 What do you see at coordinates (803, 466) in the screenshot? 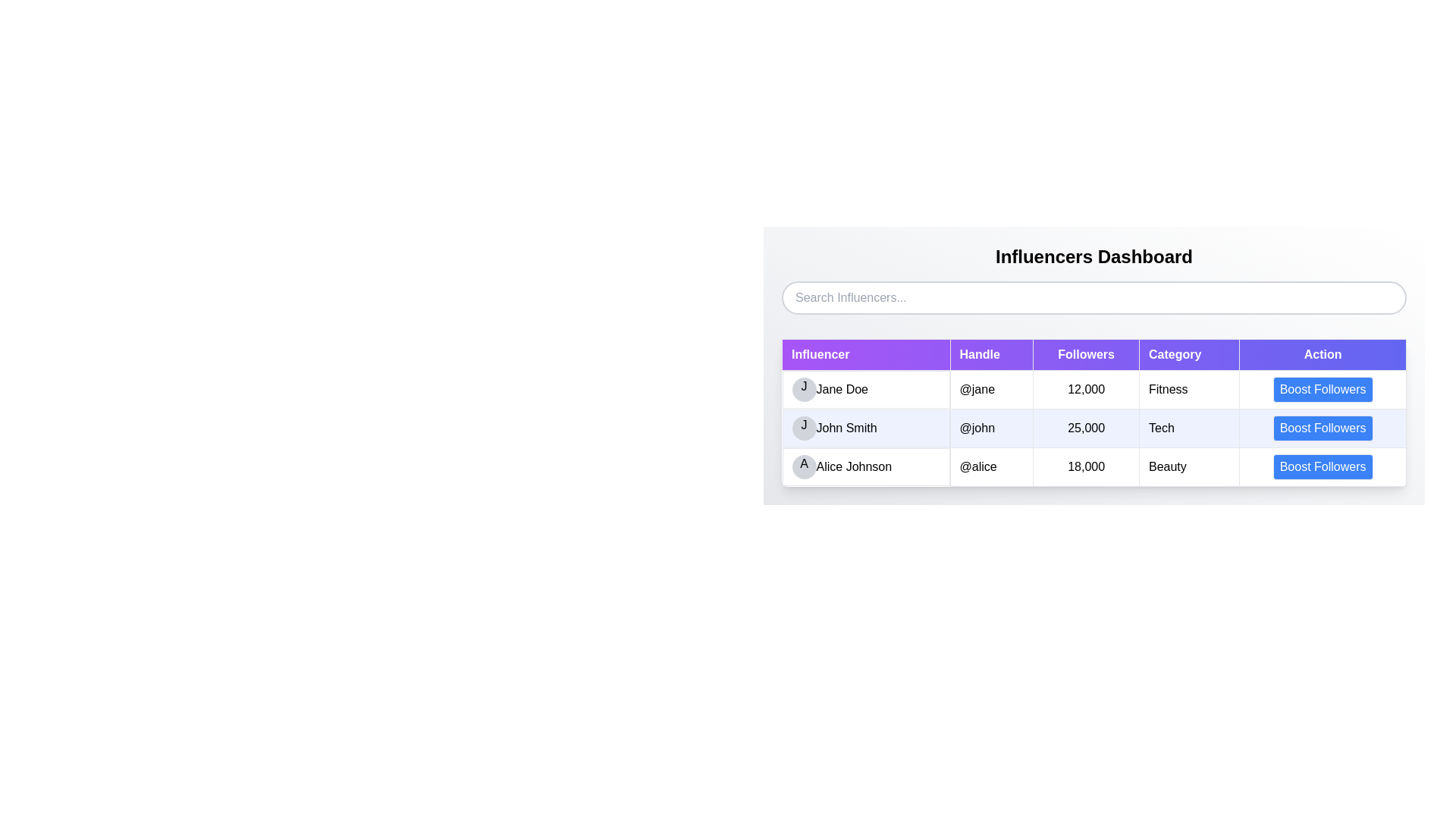
I see `the circular badge with a light gray background displaying the letter 'A' in bold black font, positioned next to 'Alice Johnson' in the 'Influencer' column, located in the third row from the top` at bounding box center [803, 466].